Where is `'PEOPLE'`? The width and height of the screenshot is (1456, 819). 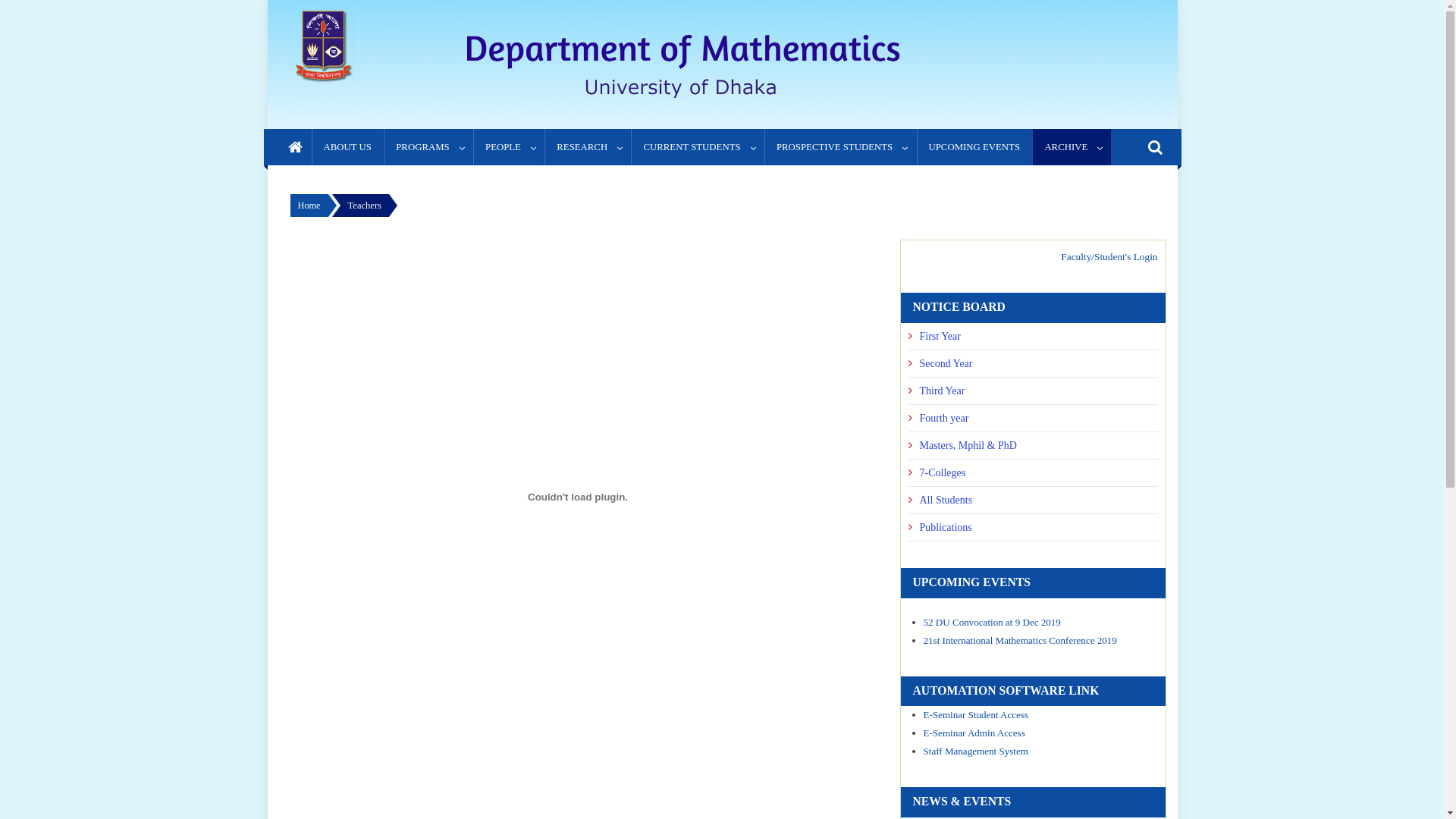 'PEOPLE' is located at coordinates (472, 146).